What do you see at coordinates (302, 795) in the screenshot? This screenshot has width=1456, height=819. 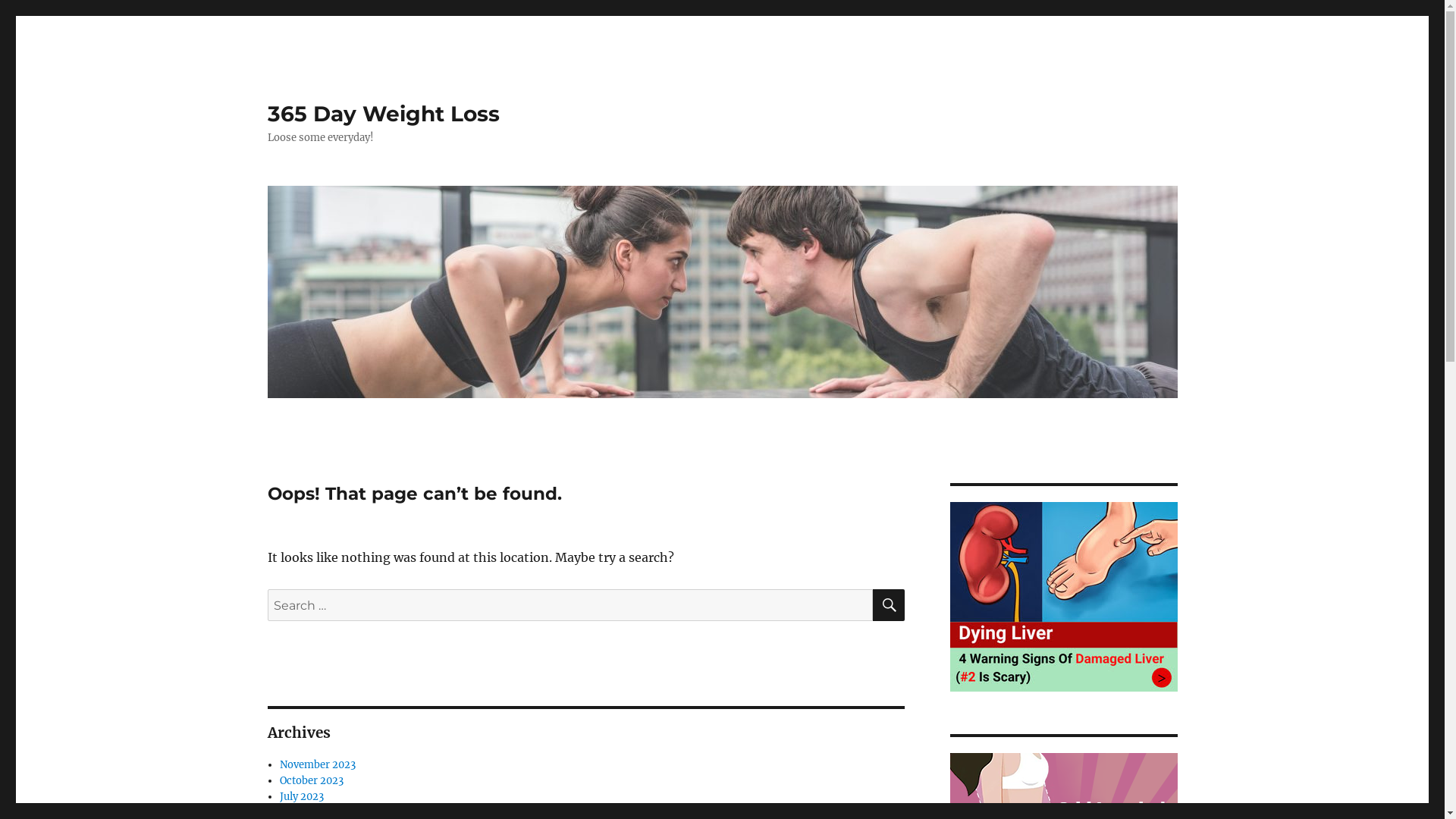 I see `'July 2023'` at bounding box center [302, 795].